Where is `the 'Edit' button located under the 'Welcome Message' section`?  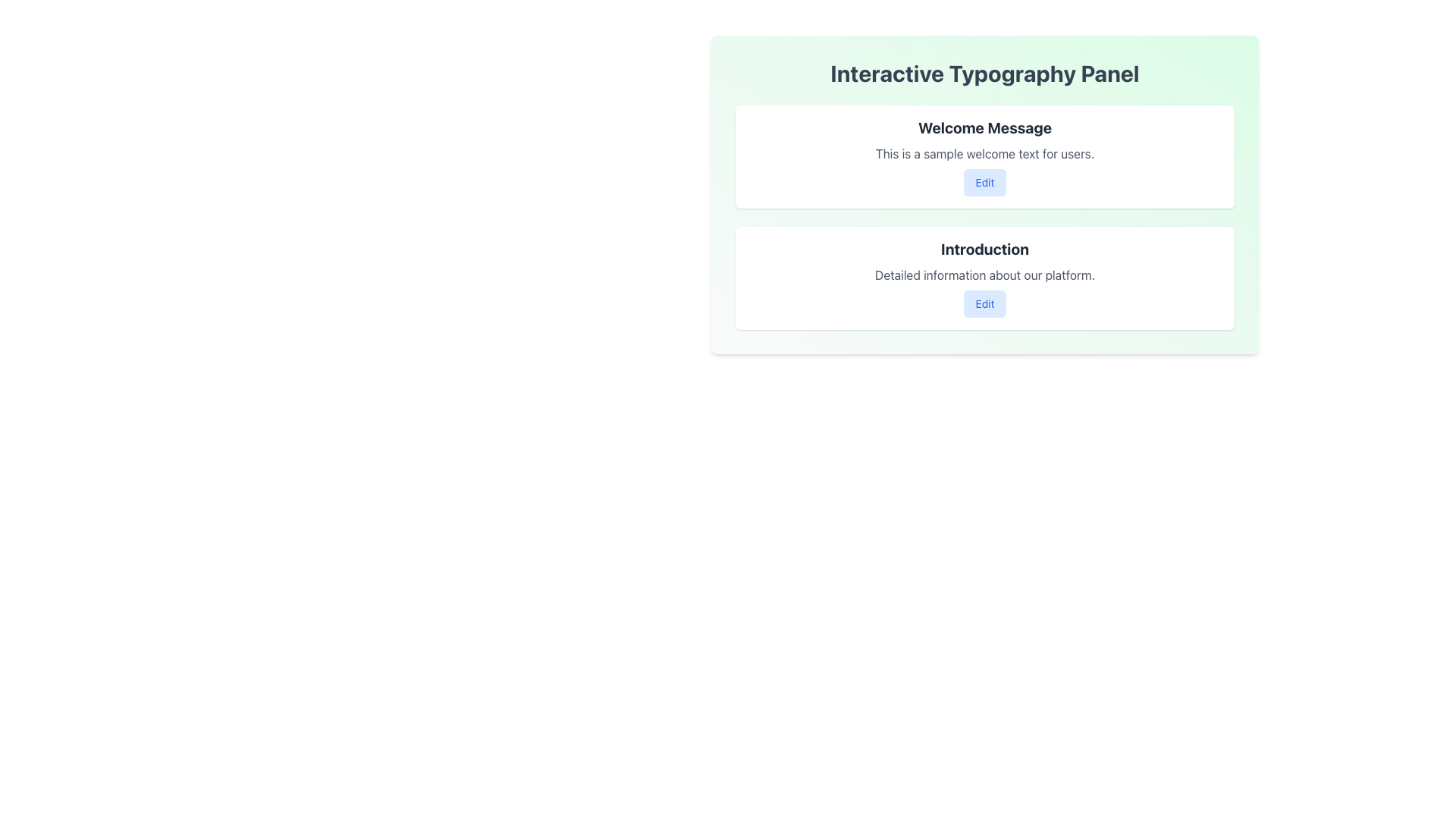 the 'Edit' button located under the 'Welcome Message' section is located at coordinates (984, 181).